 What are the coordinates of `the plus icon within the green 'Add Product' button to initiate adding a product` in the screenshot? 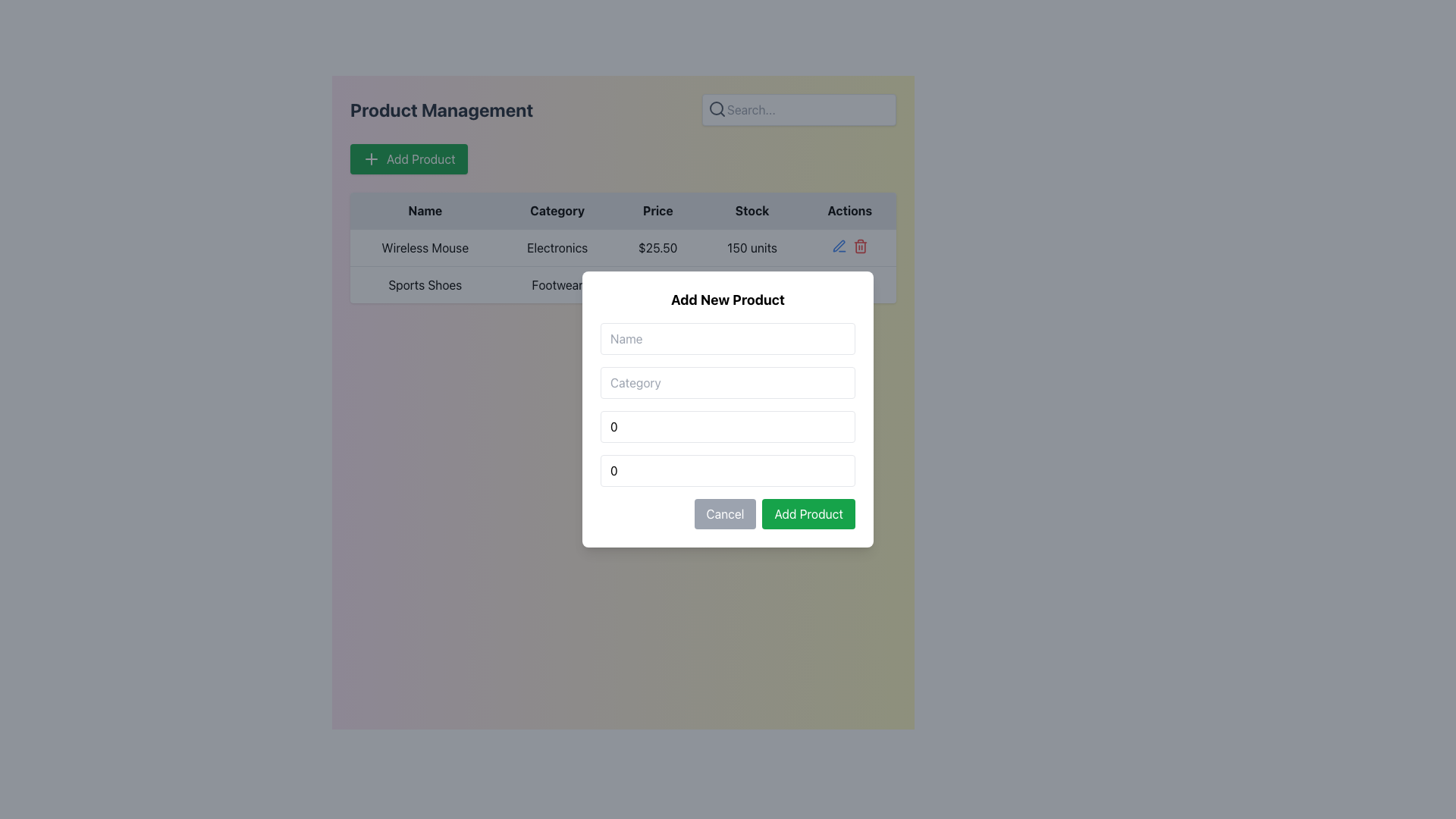 It's located at (371, 158).